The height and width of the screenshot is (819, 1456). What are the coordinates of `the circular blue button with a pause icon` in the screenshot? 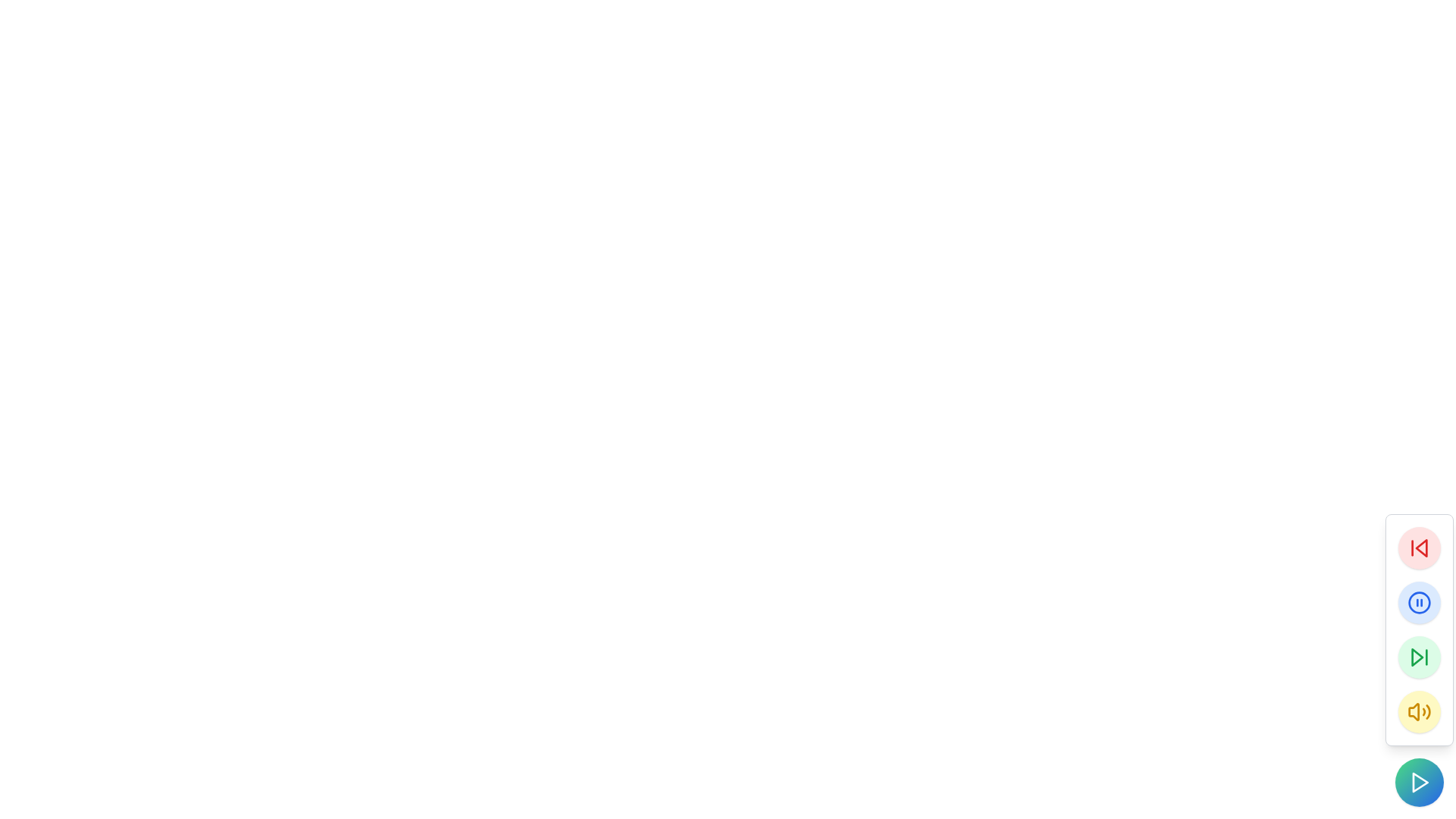 It's located at (1419, 601).